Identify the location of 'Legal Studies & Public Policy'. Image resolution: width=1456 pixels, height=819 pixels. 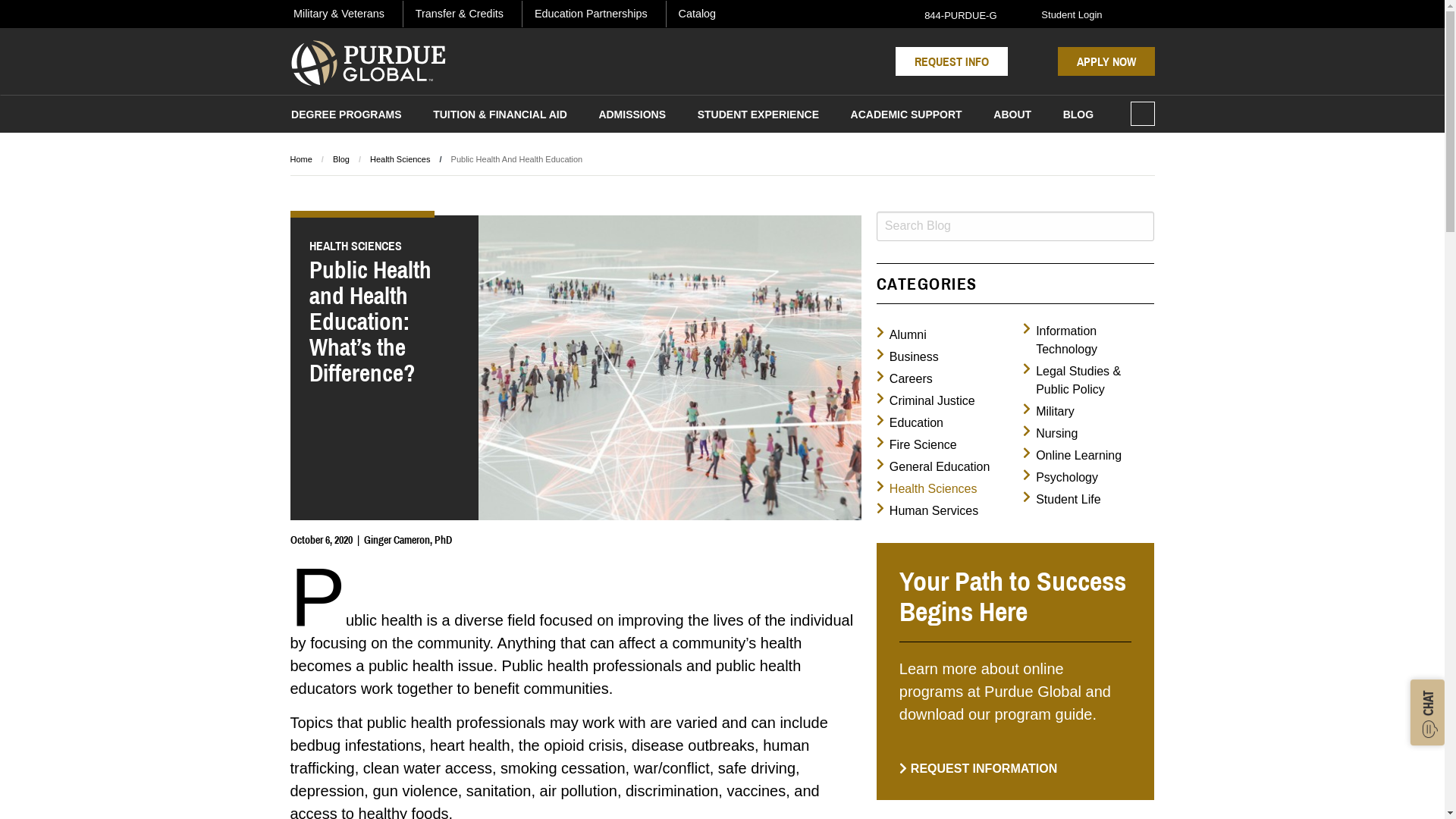
(1087, 379).